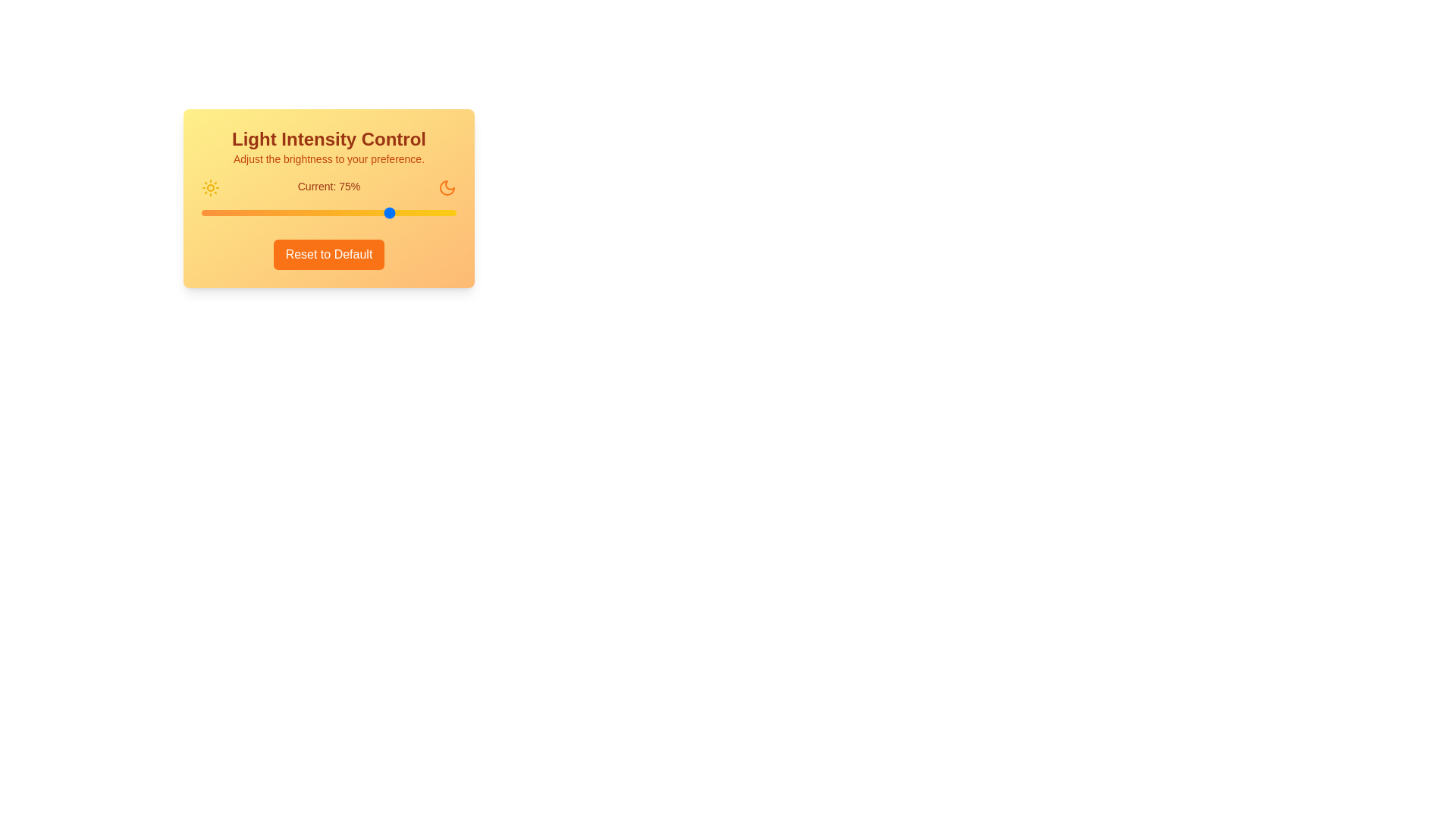 The image size is (1456, 819). What do you see at coordinates (328, 253) in the screenshot?
I see `the 'Reset to Default' button to reset the light intensity` at bounding box center [328, 253].